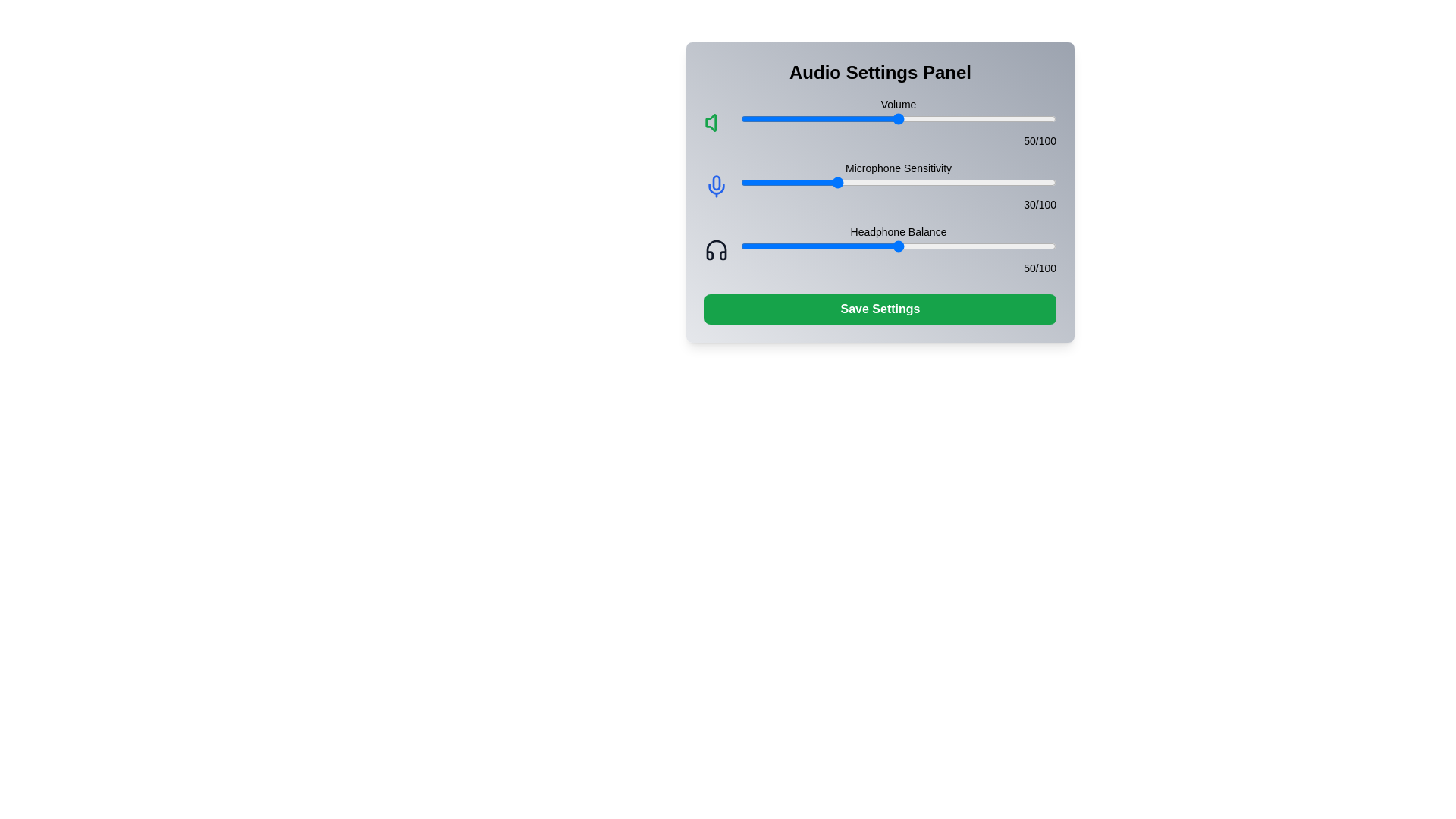 This screenshot has width=1456, height=819. What do you see at coordinates (880, 73) in the screenshot?
I see `the heading text 'Audio Settings Panel' which is bold and large, located at the top of the settings panel interface` at bounding box center [880, 73].